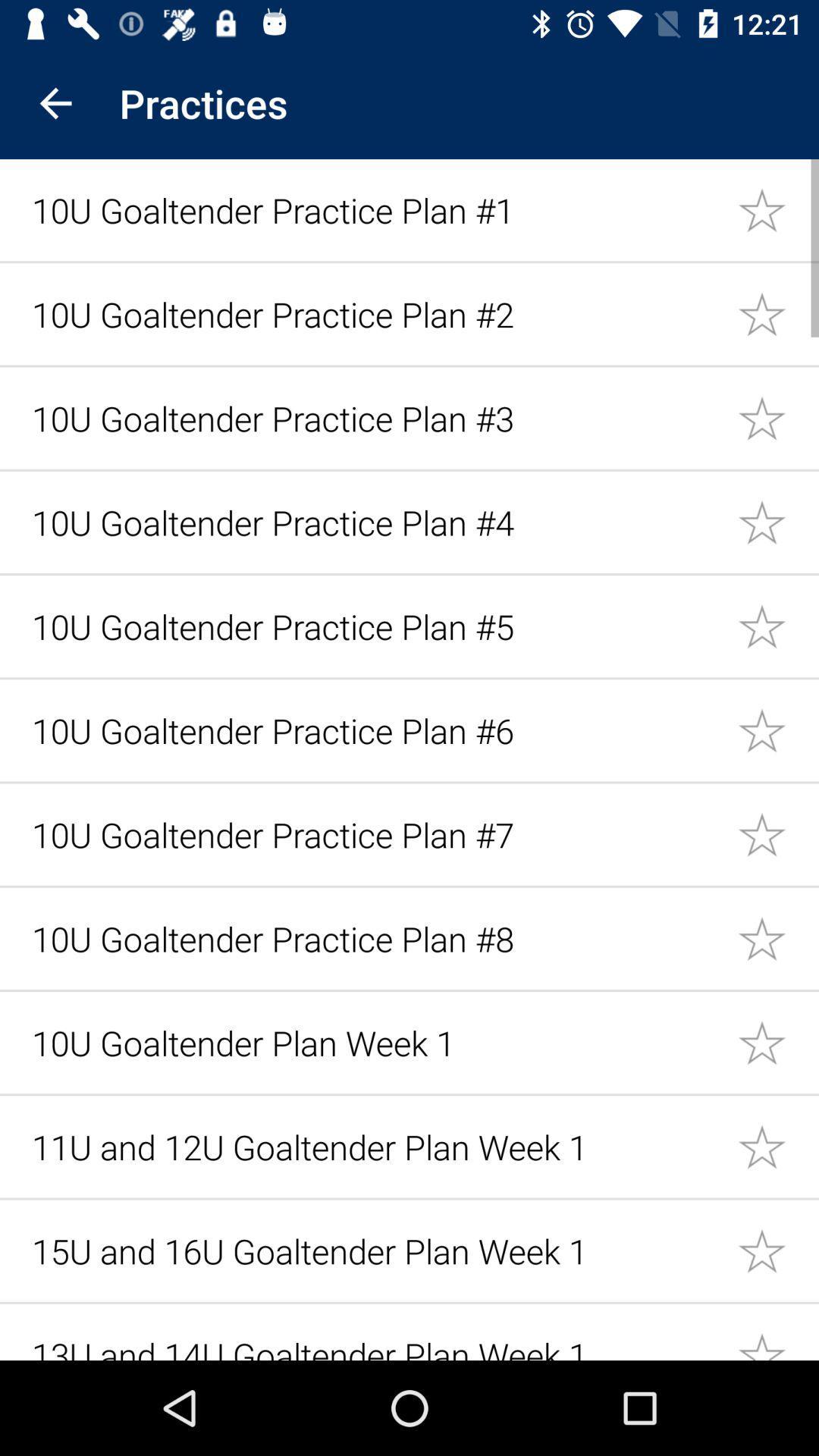 Image resolution: width=819 pixels, height=1456 pixels. What do you see at coordinates (55, 102) in the screenshot?
I see `the item to the left of the practices item` at bounding box center [55, 102].